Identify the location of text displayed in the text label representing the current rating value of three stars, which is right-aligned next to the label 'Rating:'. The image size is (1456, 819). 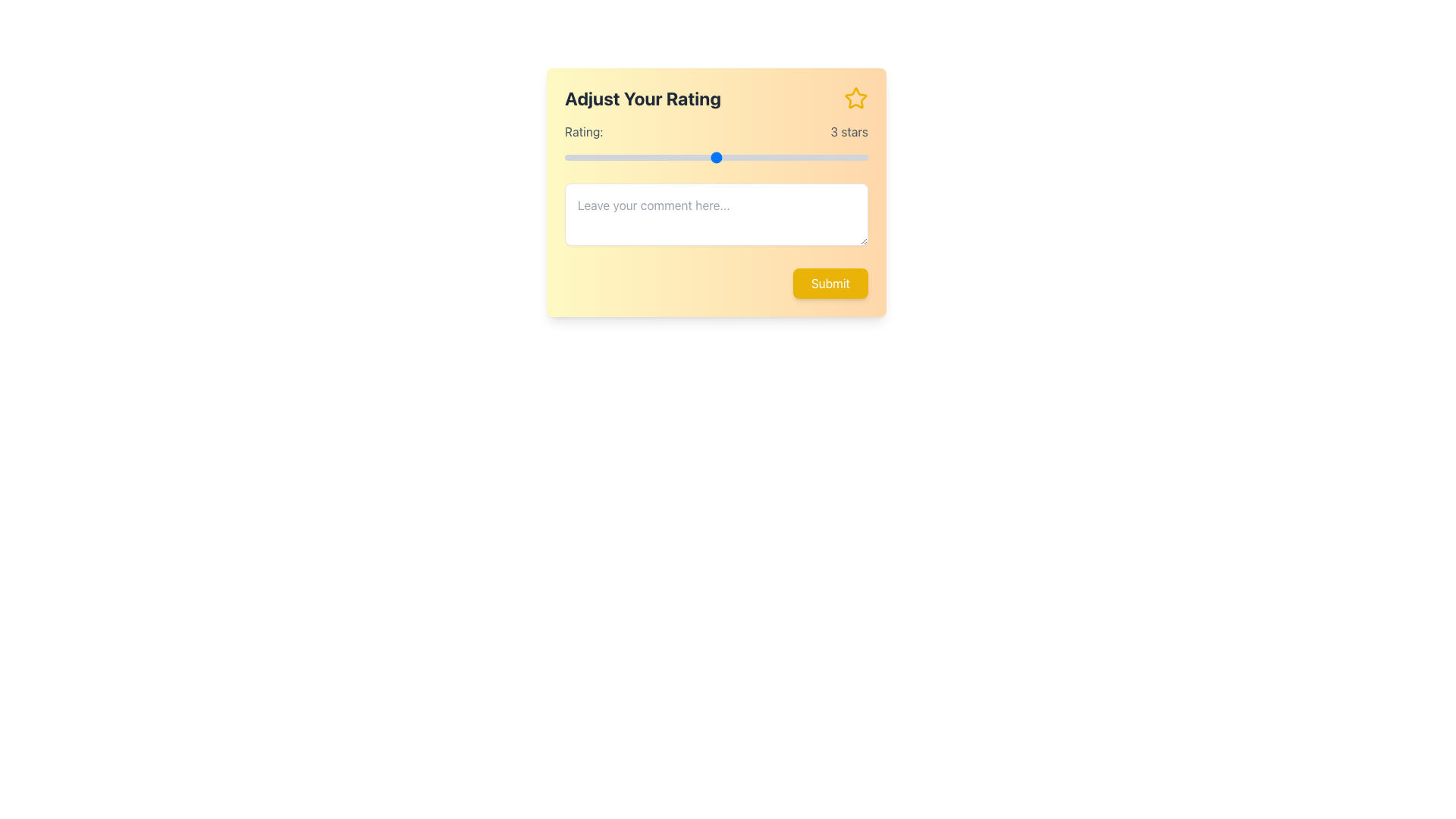
(849, 130).